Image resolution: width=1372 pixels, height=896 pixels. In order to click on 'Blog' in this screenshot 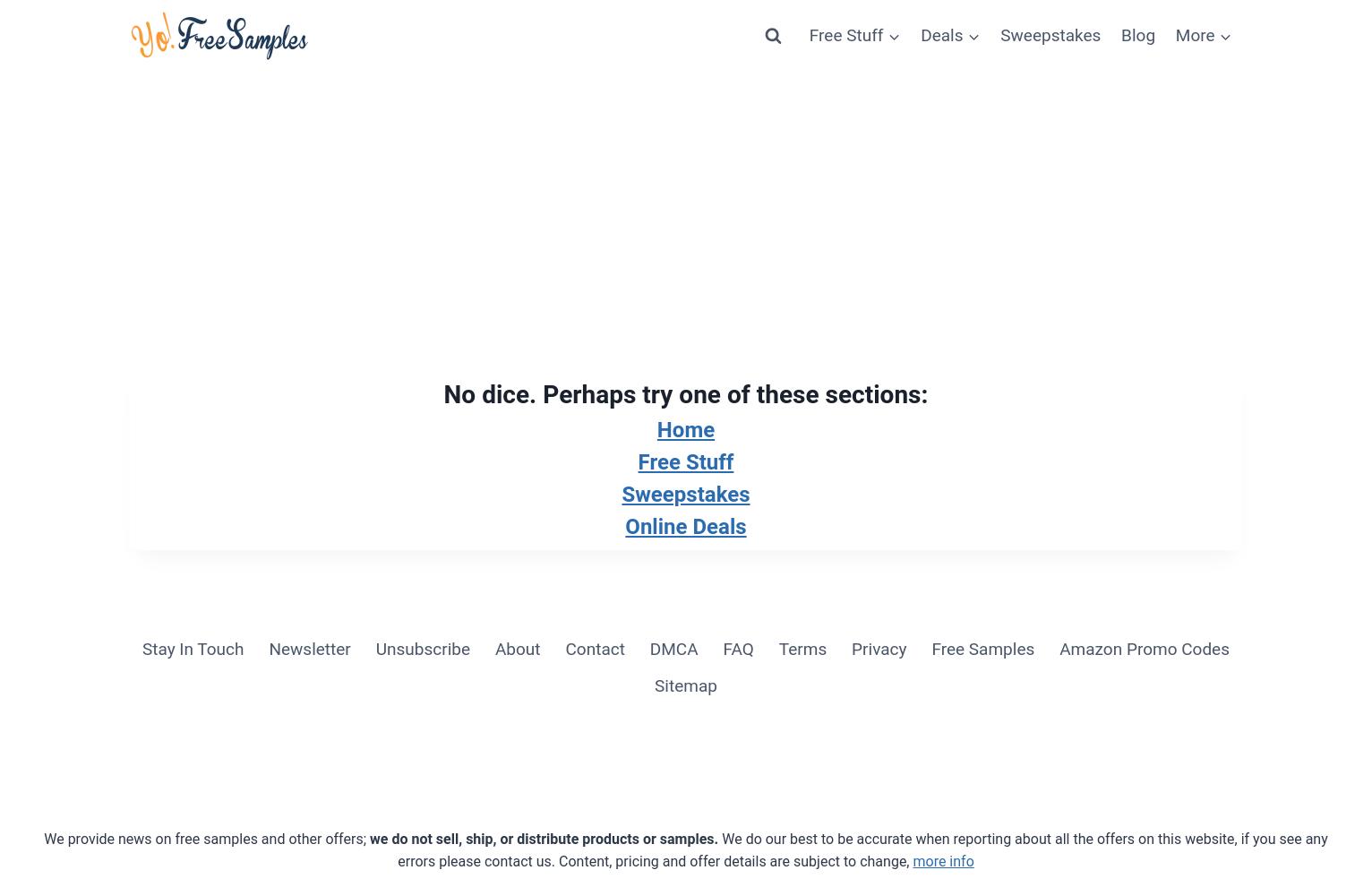, I will do `click(1136, 34)`.